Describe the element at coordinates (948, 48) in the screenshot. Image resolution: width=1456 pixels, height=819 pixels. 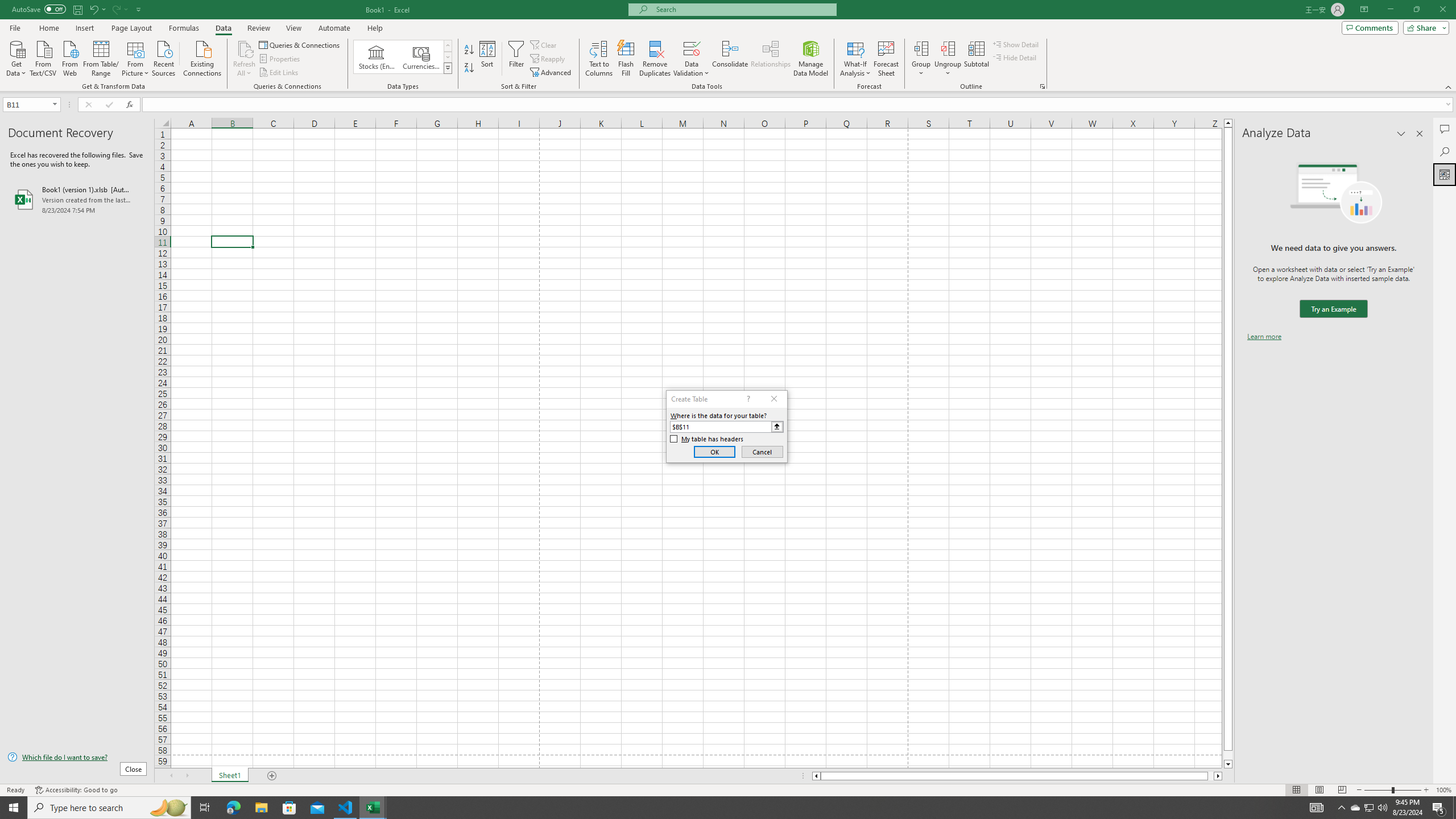
I see `'Ungroup...'` at that location.